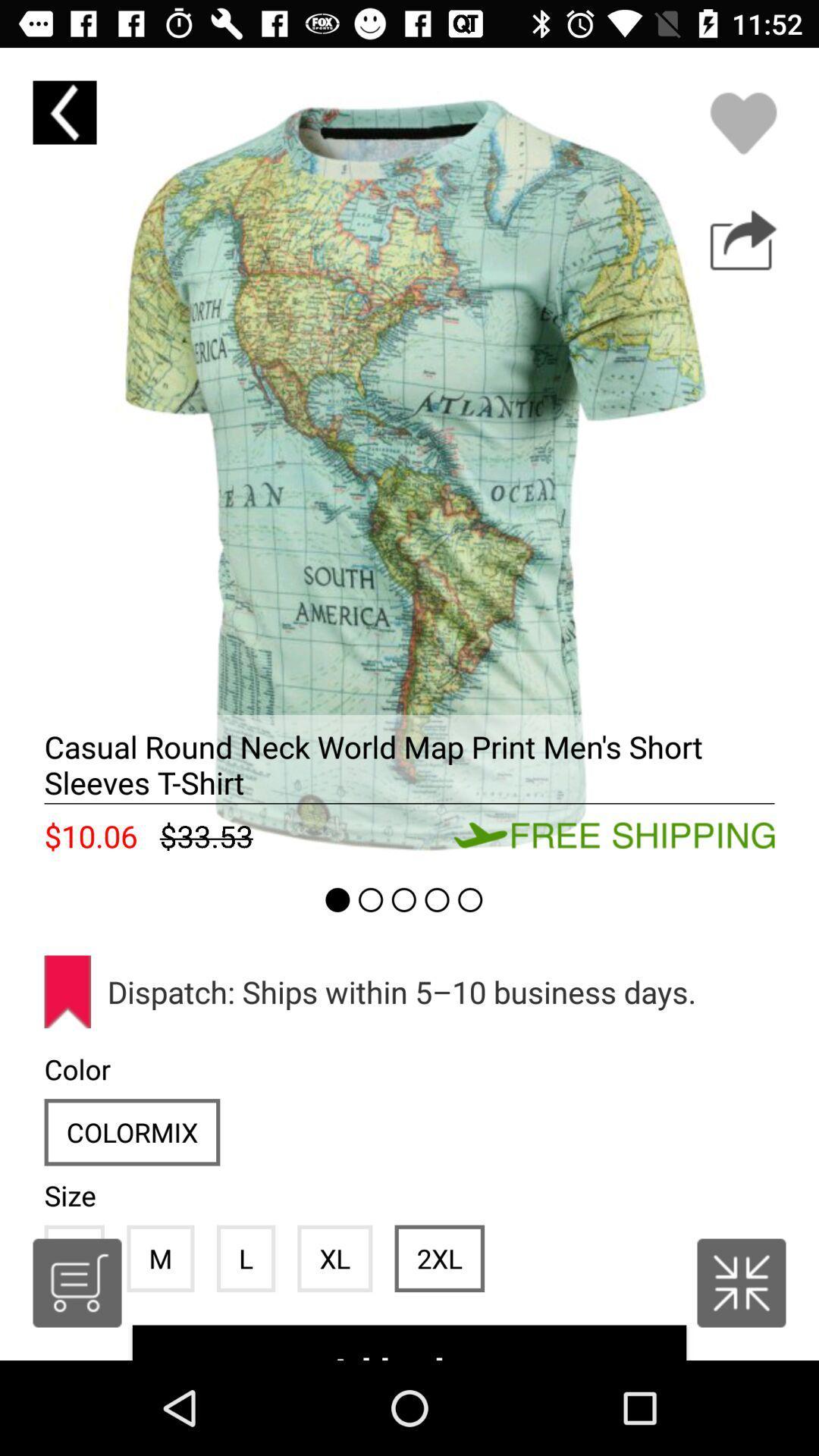  Describe the element at coordinates (160, 1258) in the screenshot. I see `item to the left of l` at that location.